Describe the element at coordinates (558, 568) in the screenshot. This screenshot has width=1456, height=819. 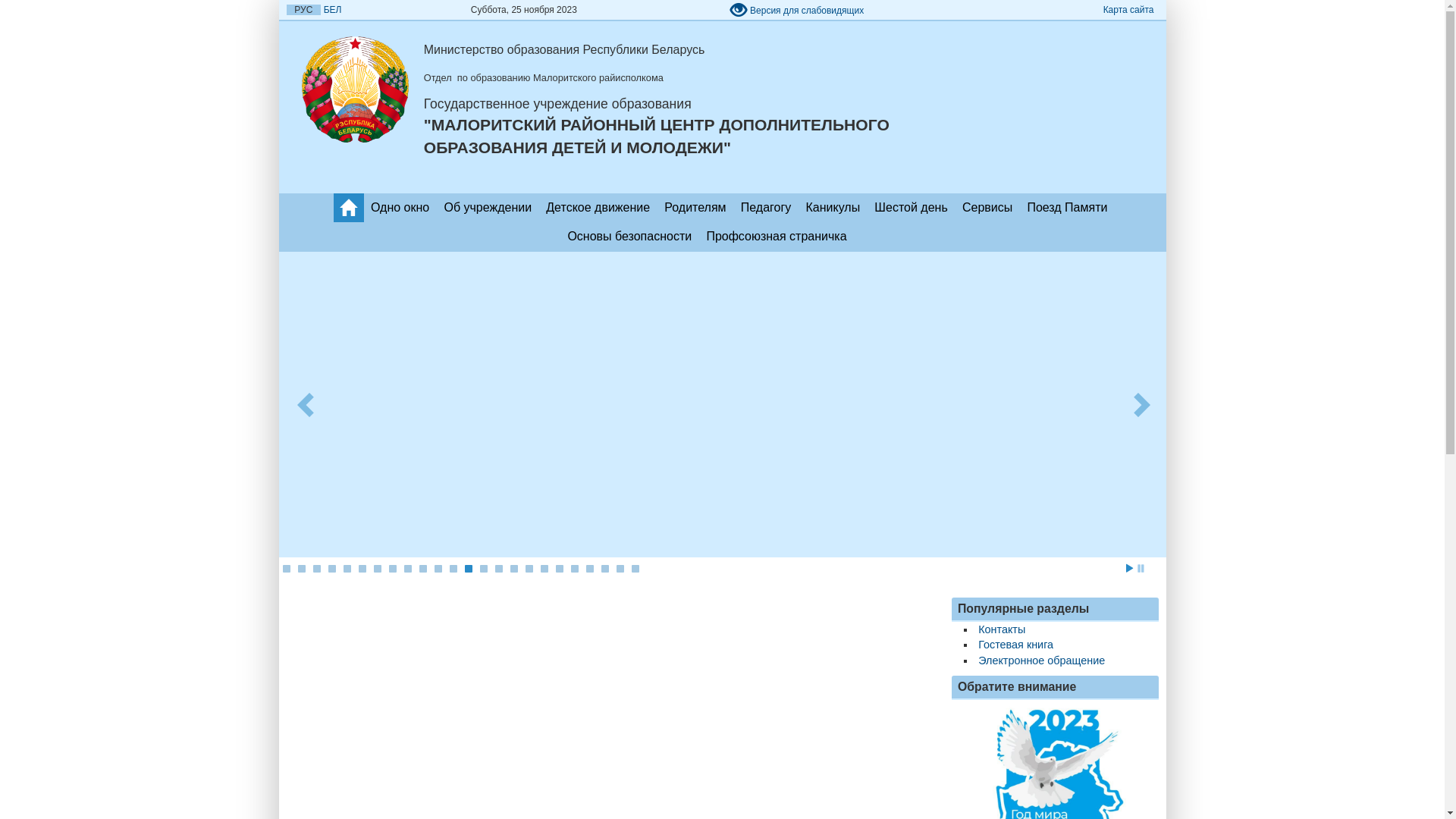
I see `'19'` at that location.